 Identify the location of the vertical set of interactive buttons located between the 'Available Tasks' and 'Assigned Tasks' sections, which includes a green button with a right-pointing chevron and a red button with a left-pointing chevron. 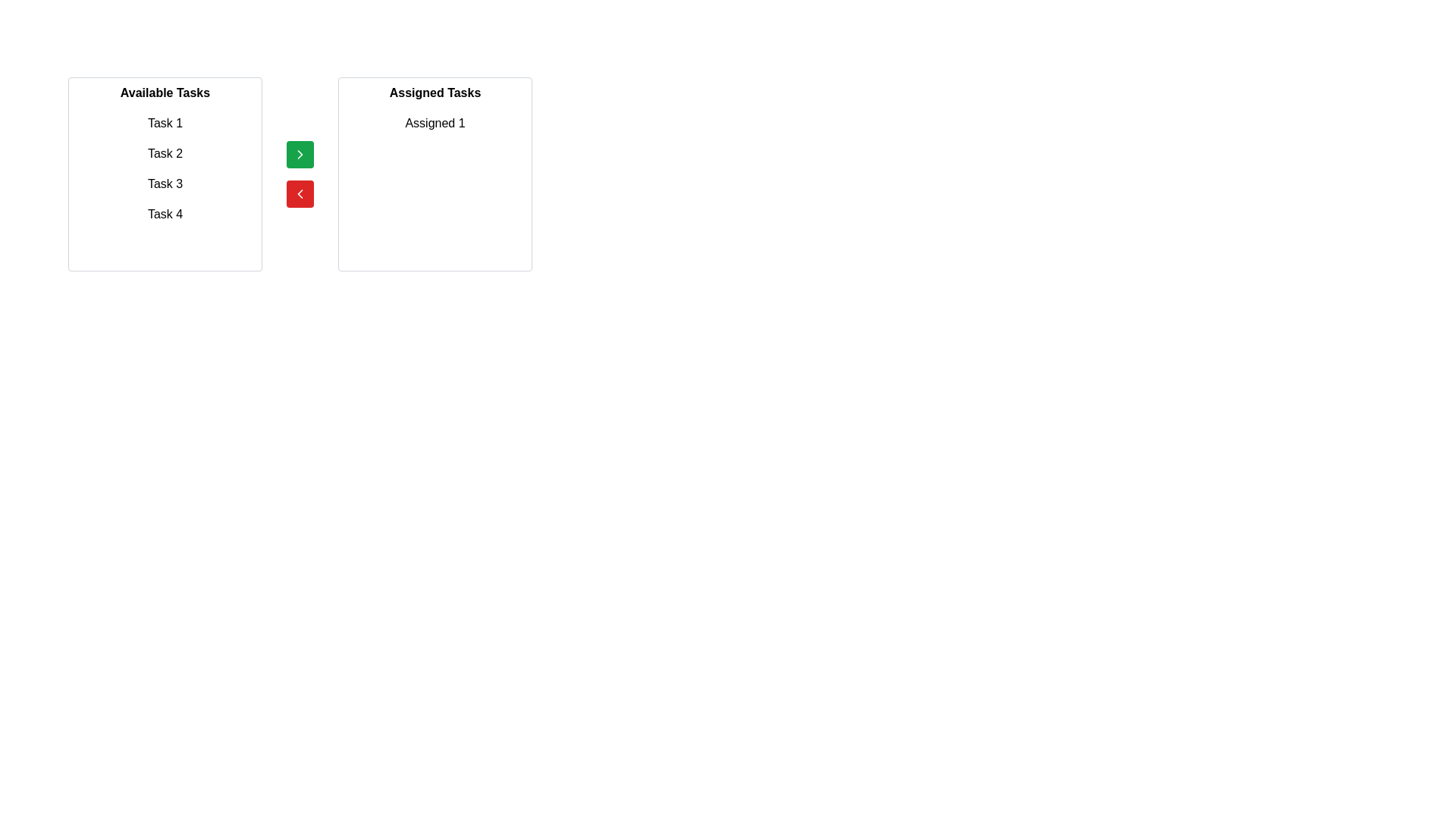
(300, 174).